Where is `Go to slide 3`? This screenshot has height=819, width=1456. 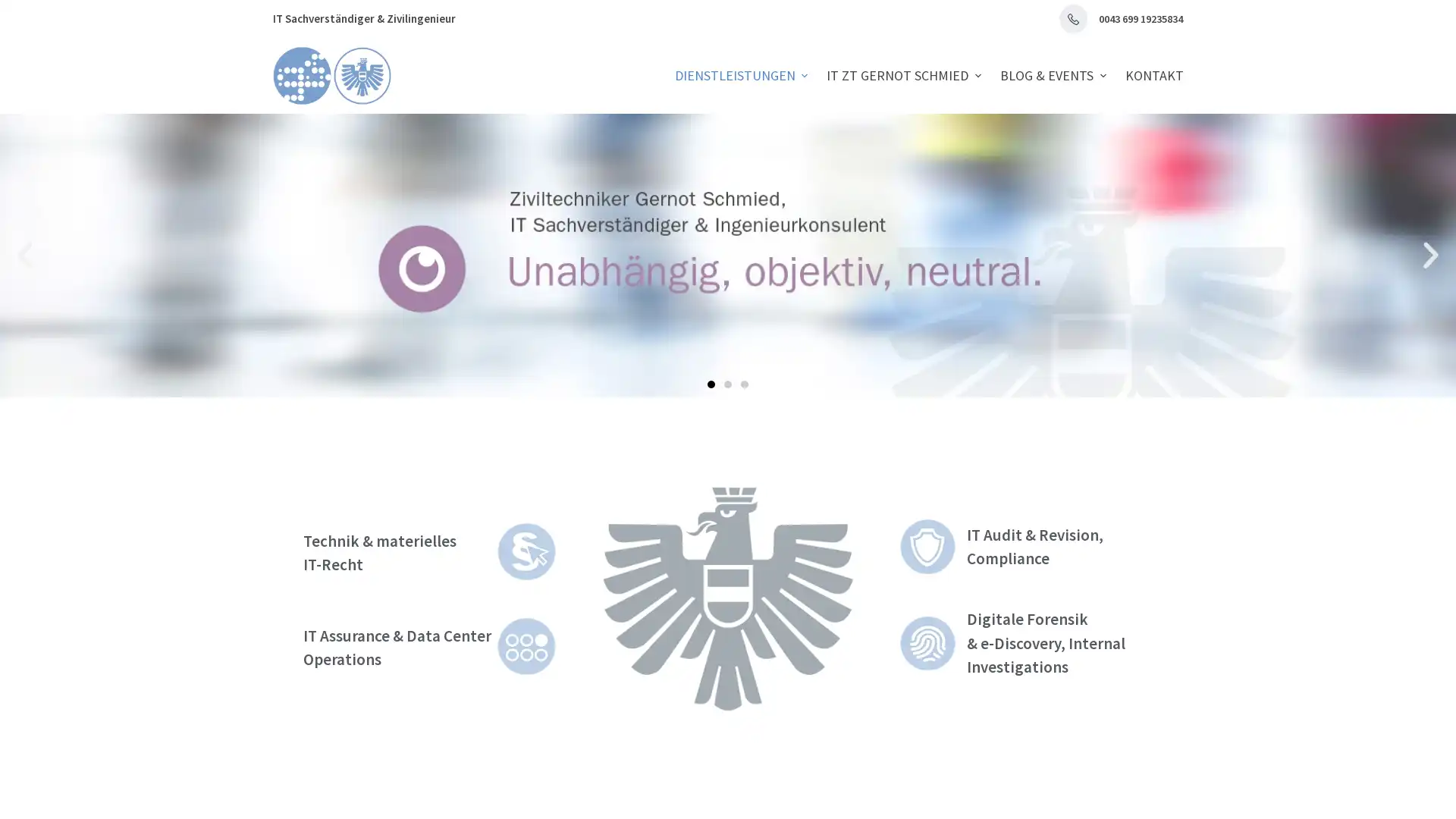 Go to slide 3 is located at coordinates (745, 382).